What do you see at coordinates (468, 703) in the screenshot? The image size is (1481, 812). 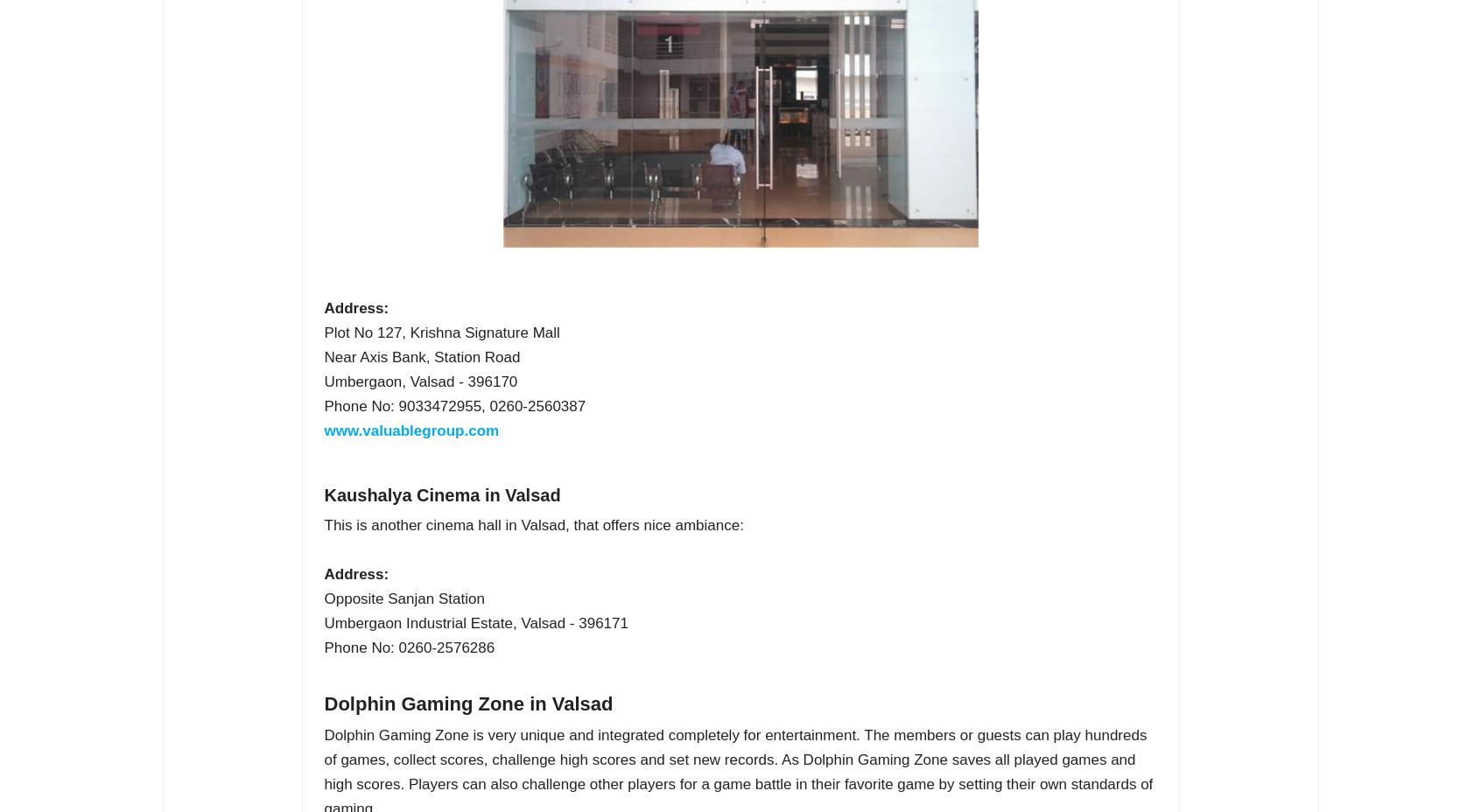 I see `'Dolphin Gaming Zone in Valsad'` at bounding box center [468, 703].